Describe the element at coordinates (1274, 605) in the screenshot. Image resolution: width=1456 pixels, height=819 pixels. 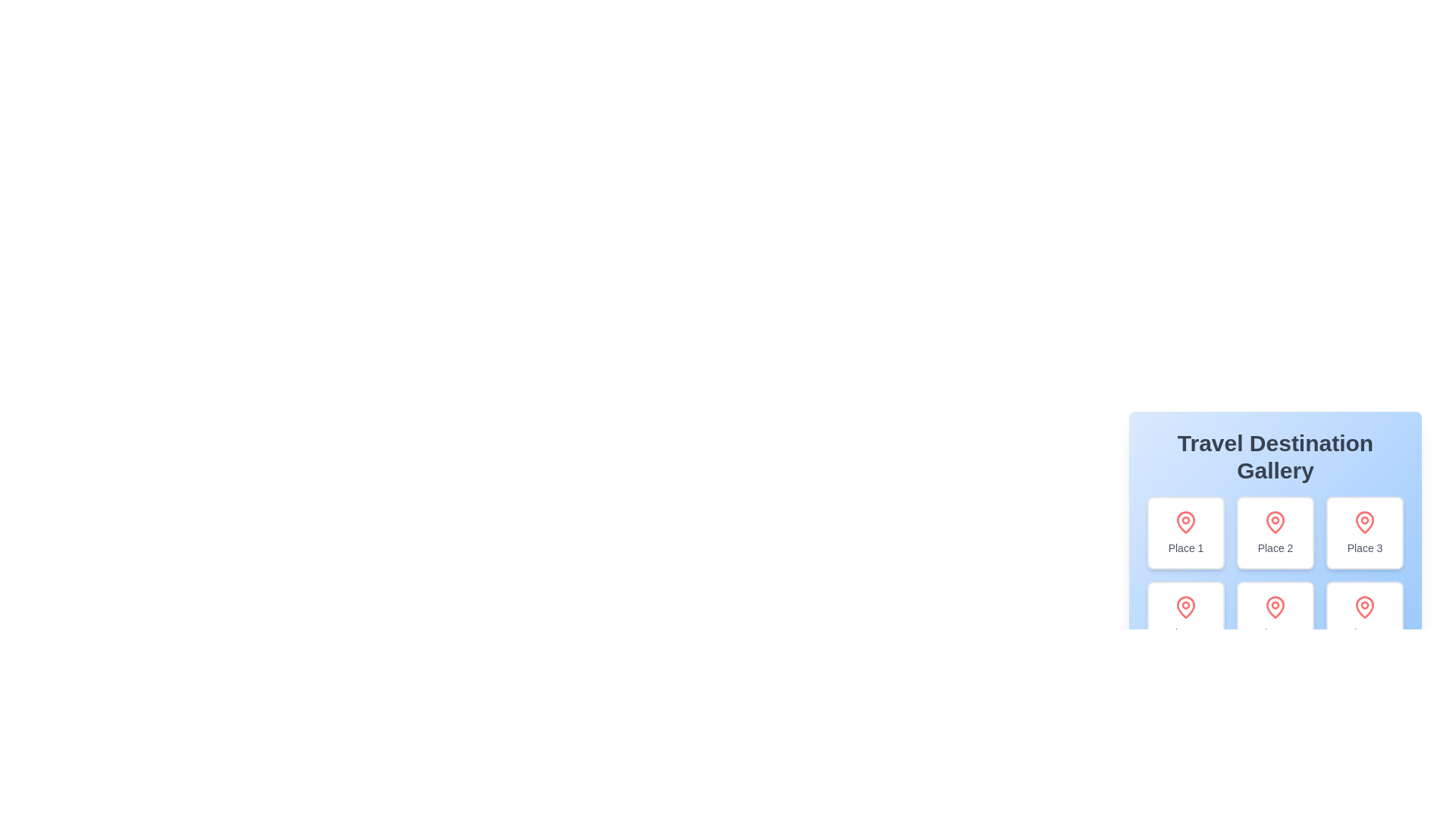
I see `the map pin icon located in the central position of the second row under the 'Travel Destination Gallery' section` at that location.